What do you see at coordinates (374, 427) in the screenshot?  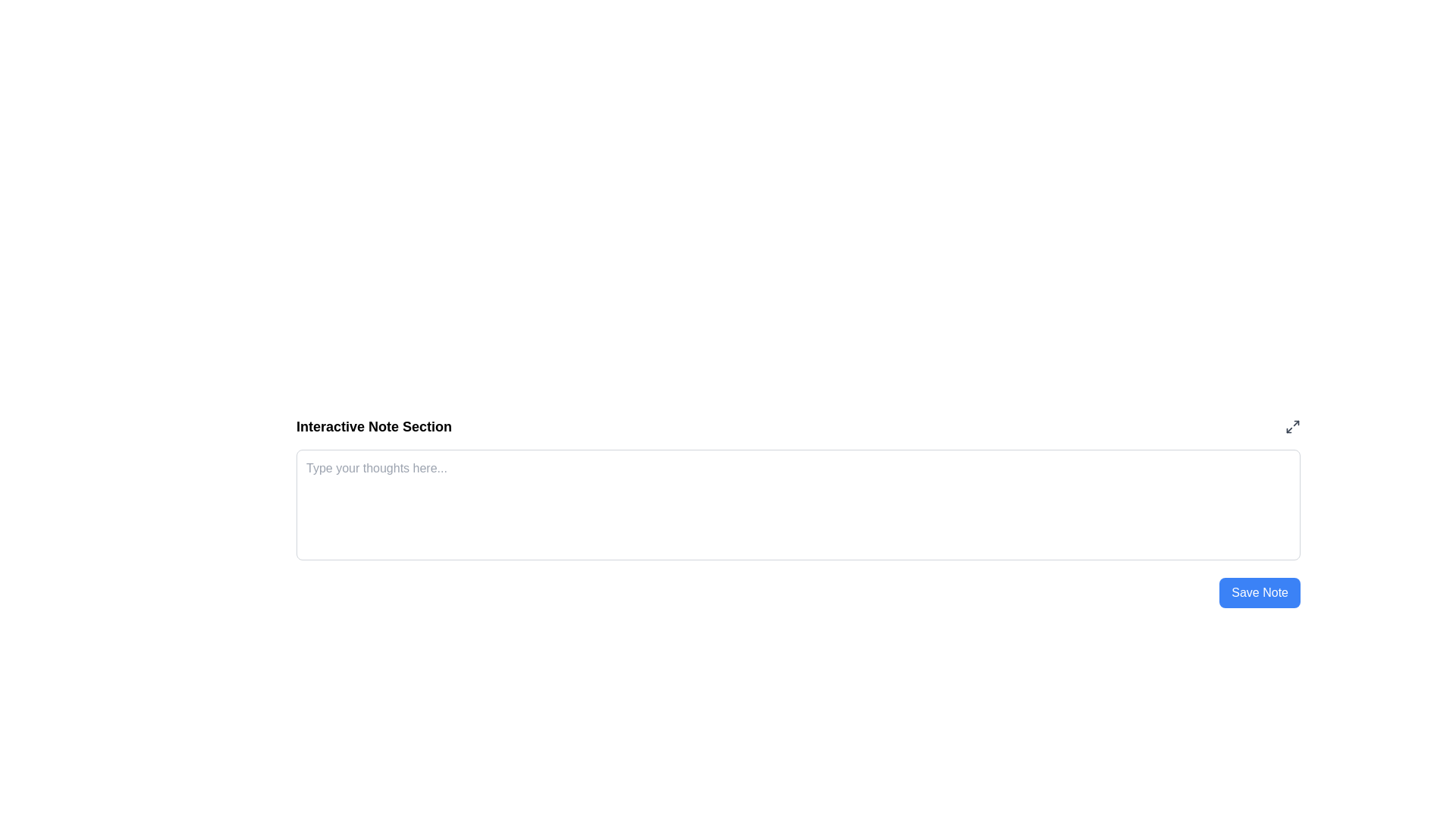 I see `the prominently styled header labeled 'Interactive Note Section', which is positioned above a text input field` at bounding box center [374, 427].